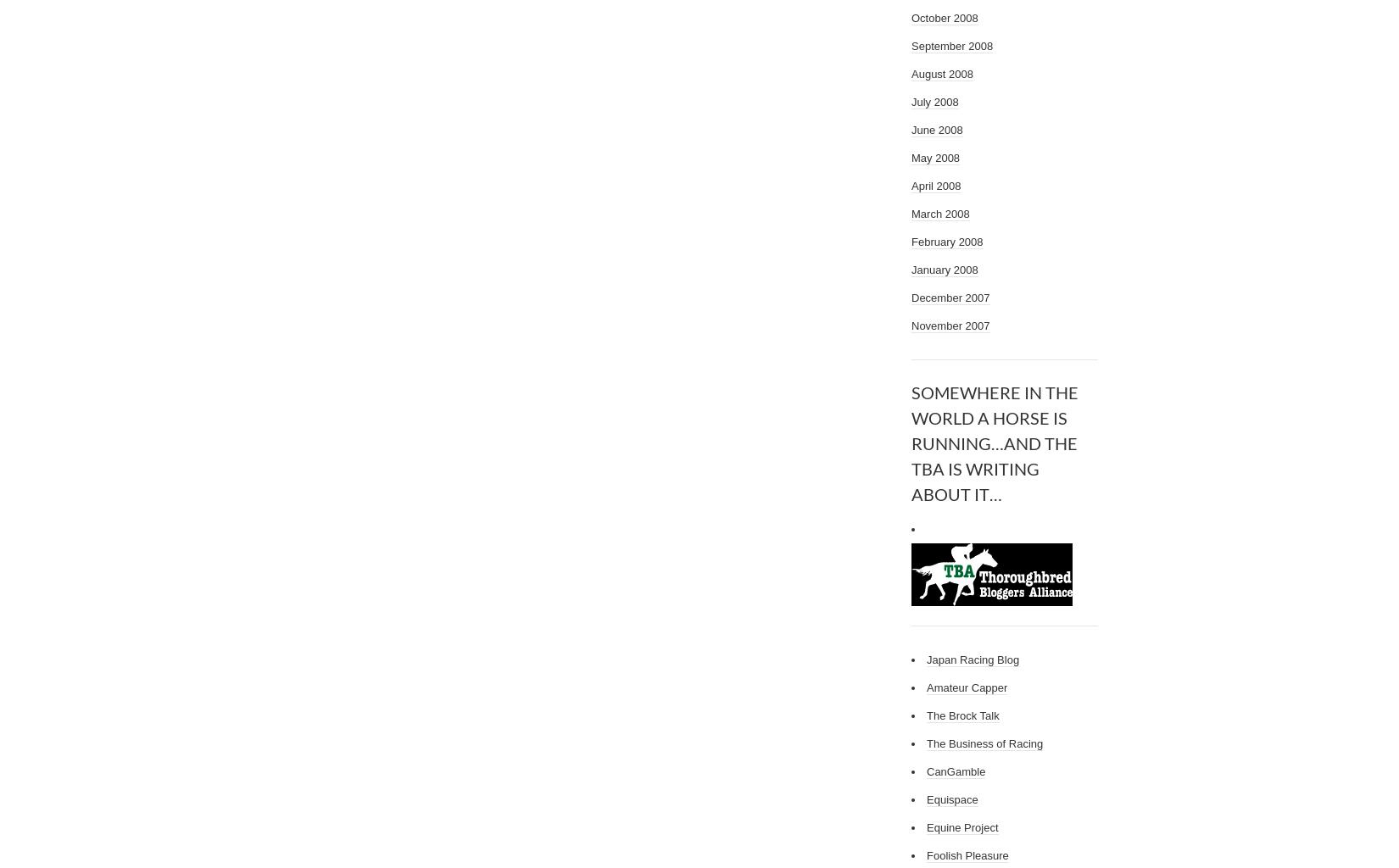 The image size is (1399, 868). I want to click on 'The Brock Talk', so click(962, 715).